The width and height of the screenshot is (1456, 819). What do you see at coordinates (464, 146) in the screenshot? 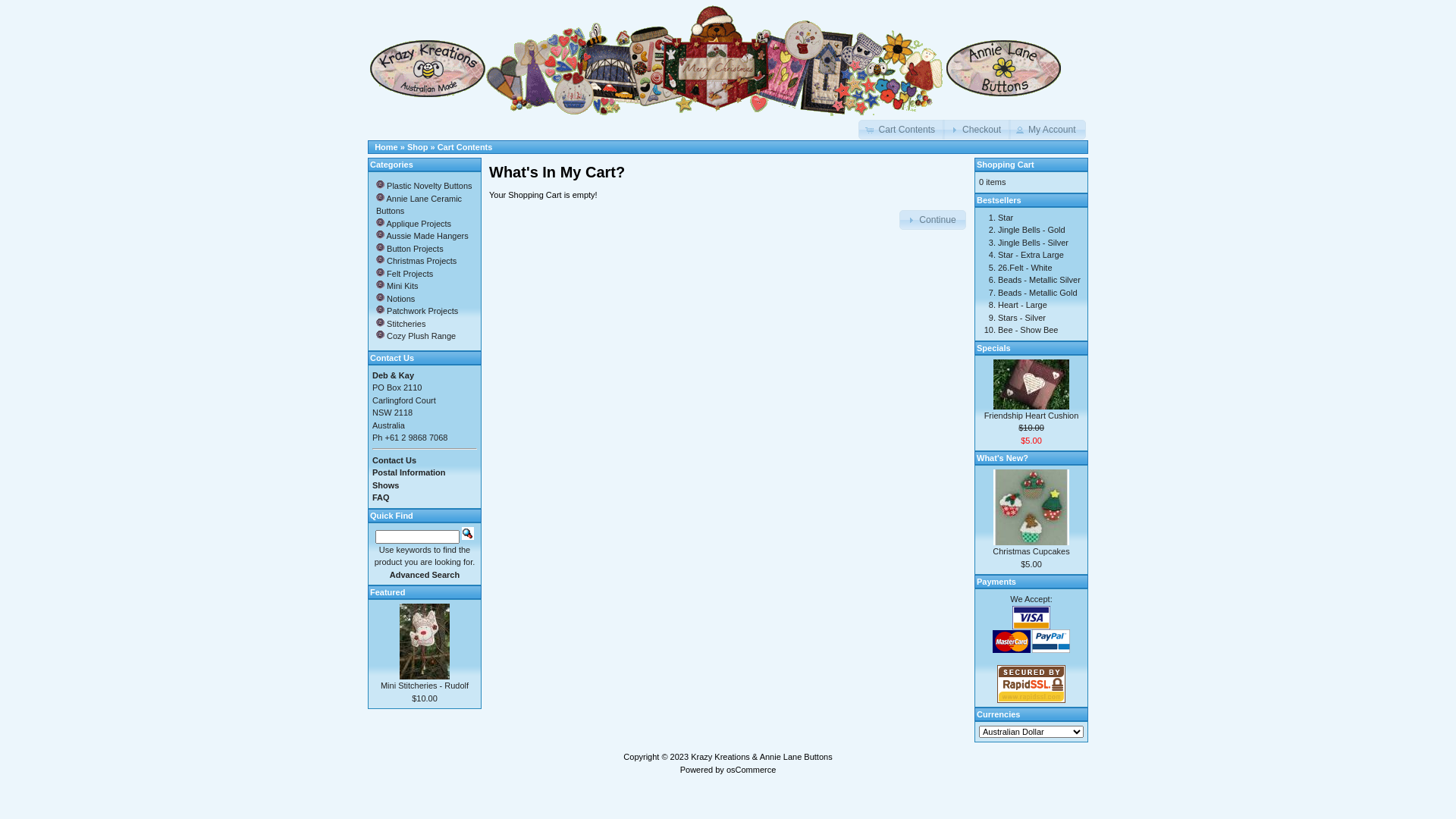
I see `'Cart Contents'` at bounding box center [464, 146].